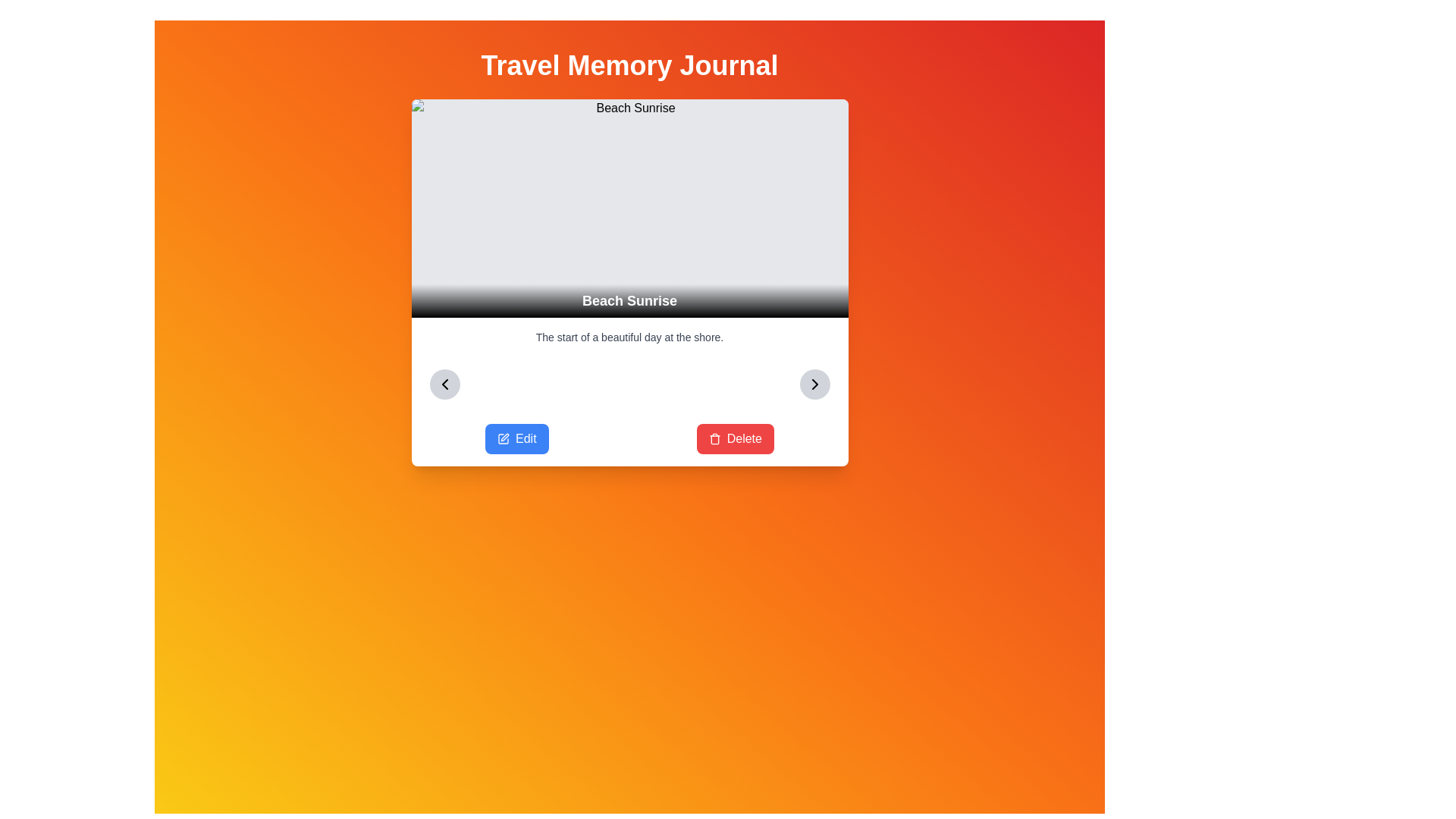 Image resolution: width=1456 pixels, height=819 pixels. What do you see at coordinates (629, 336) in the screenshot?
I see `the text label containing the message 'The start of a beautiful day at the shore.' located beneath the 'Beach Sunrise' title and above the 'Edit' and 'Delete' buttons` at bounding box center [629, 336].